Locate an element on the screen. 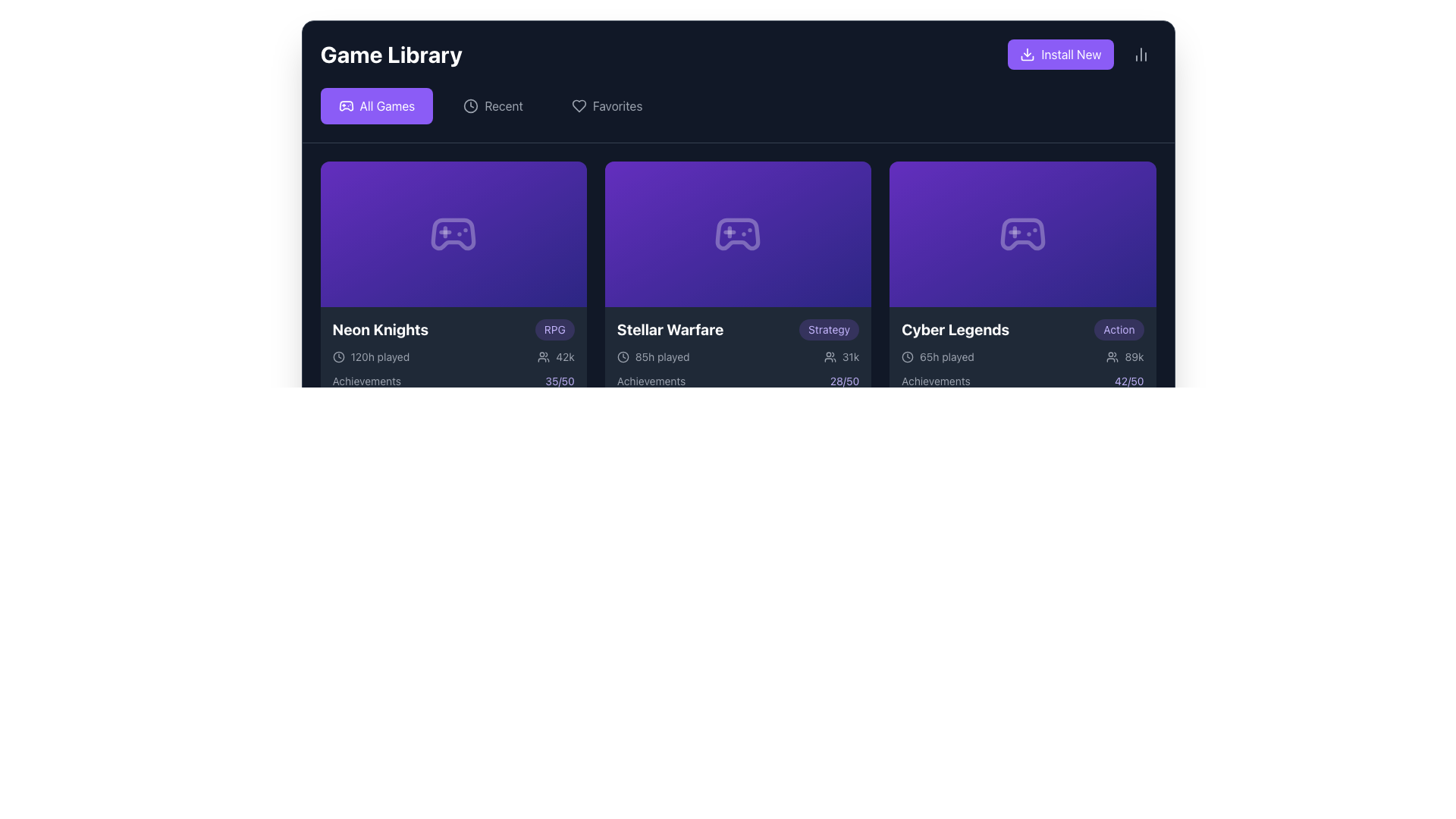 This screenshot has height=819, width=1456. the third game information card in the 'Game Library' section is located at coordinates (1022, 359).